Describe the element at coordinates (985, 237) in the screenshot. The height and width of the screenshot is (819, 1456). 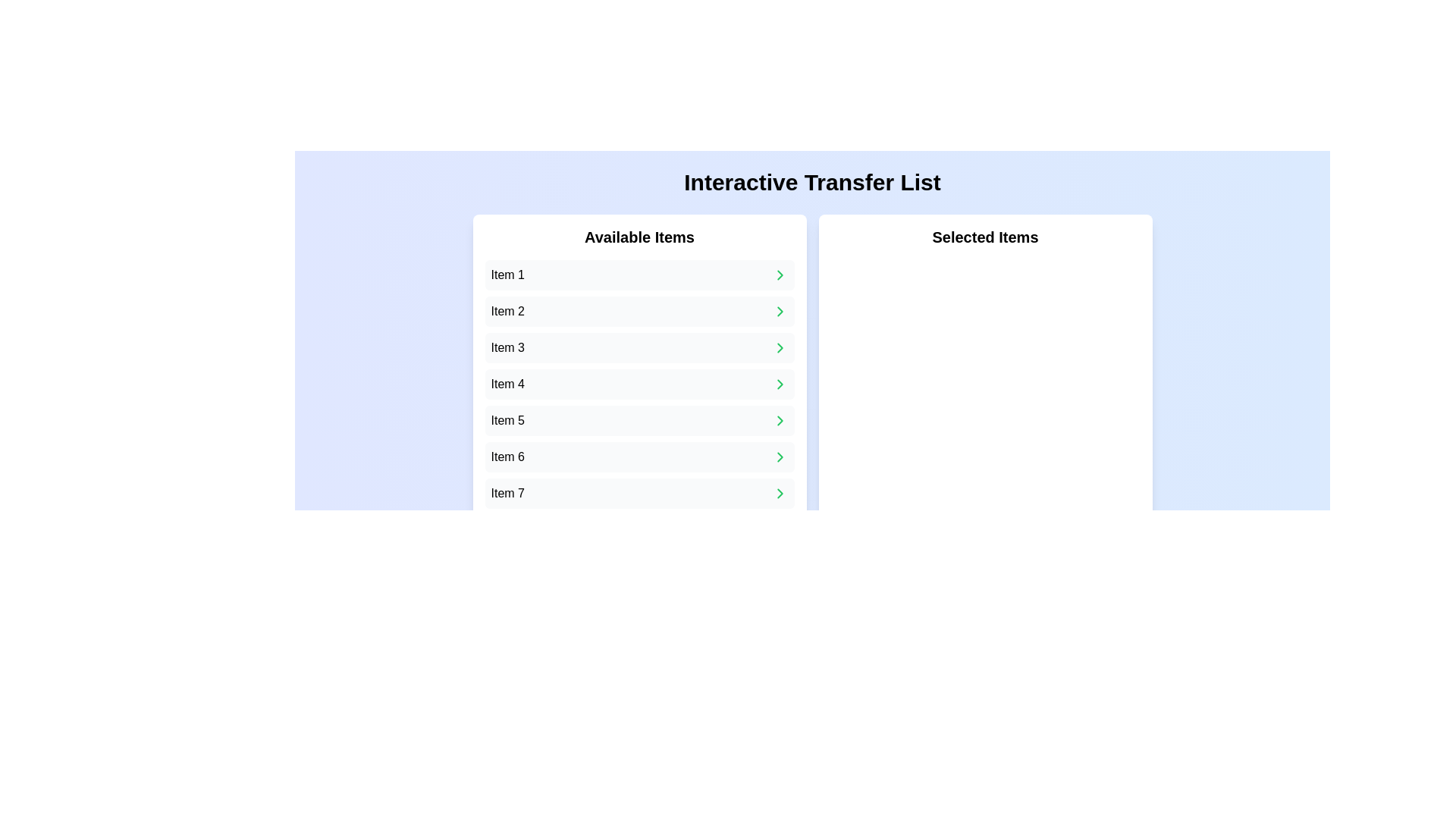
I see `the bold text labeled 'Selected Items', which is styled as a header and positioned at the top center of a white box on the right side of the interface` at that location.